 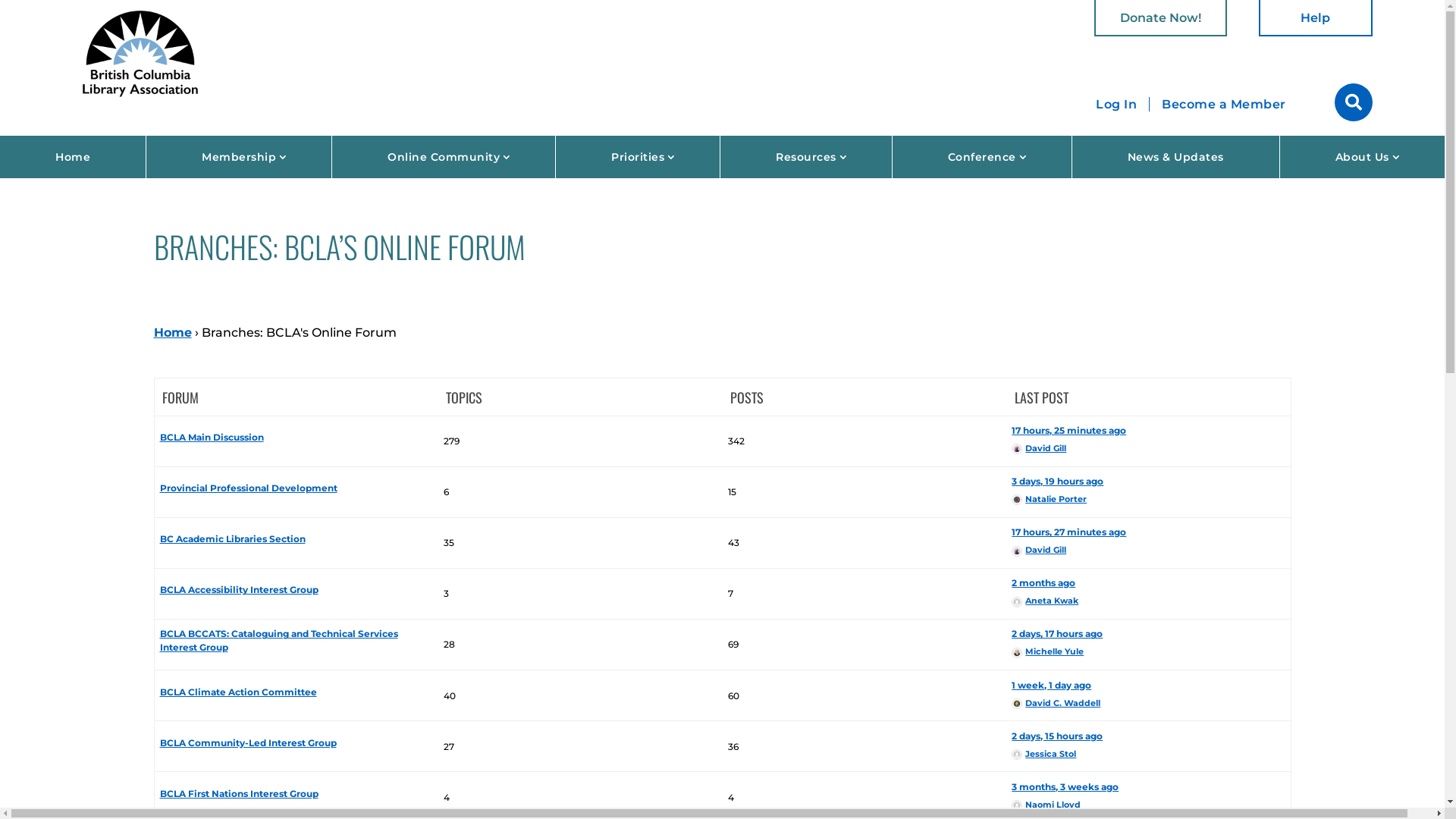 I want to click on 'Membership', so click(x=238, y=157).